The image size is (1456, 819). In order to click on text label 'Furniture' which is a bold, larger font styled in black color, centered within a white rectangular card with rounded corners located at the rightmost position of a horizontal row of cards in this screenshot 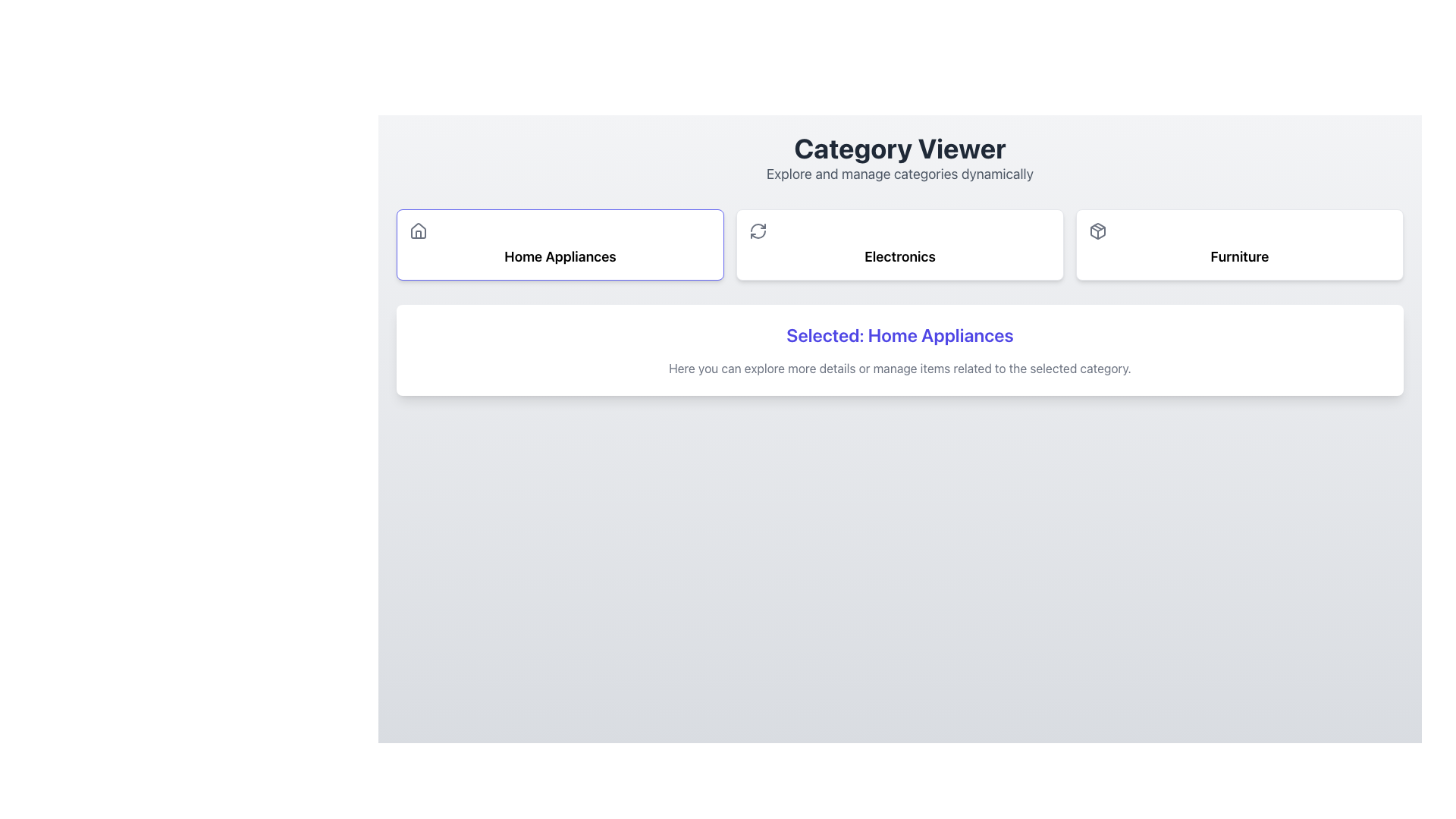, I will do `click(1240, 256)`.